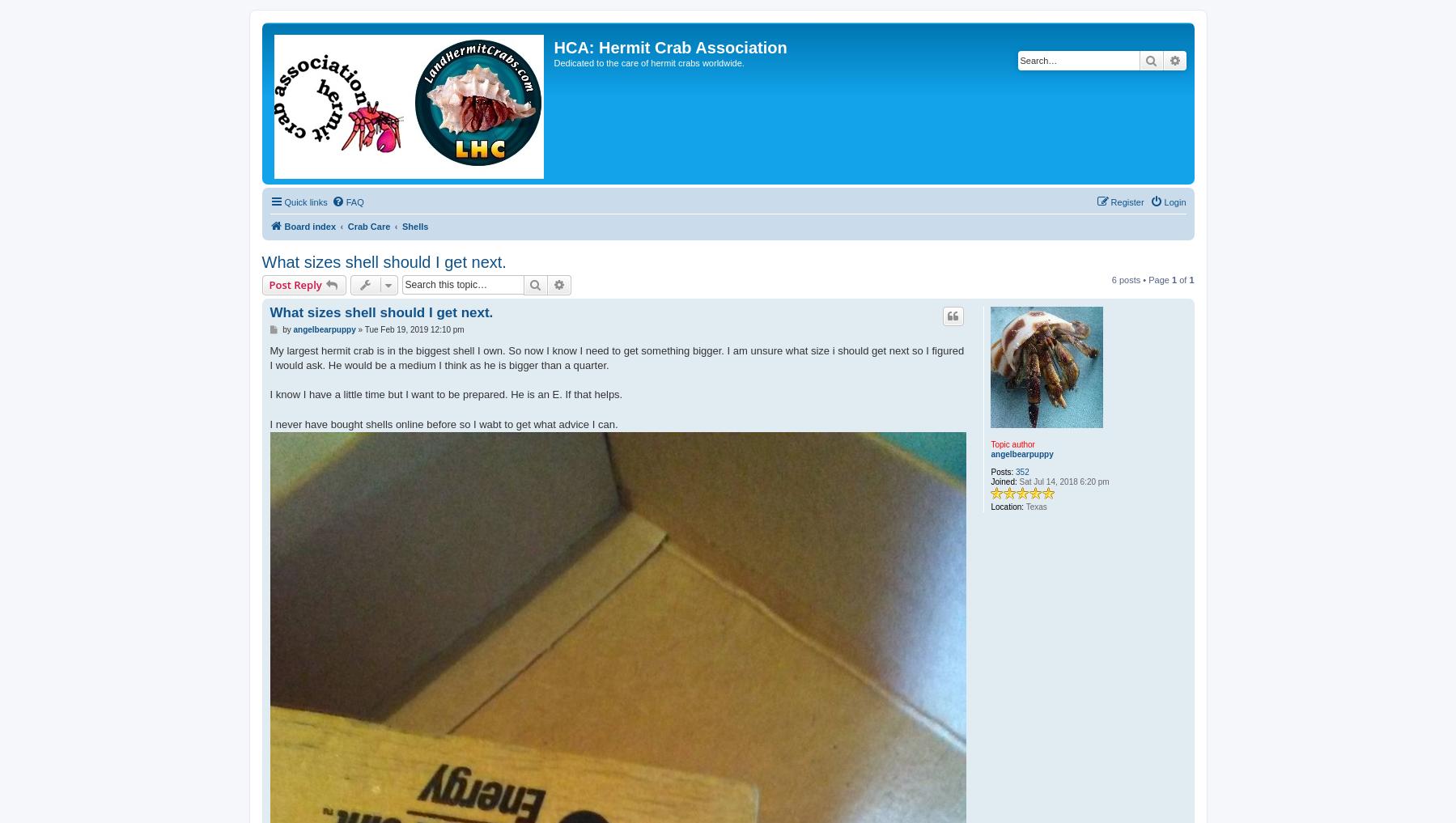 Image resolution: width=1456 pixels, height=823 pixels. Describe the element at coordinates (294, 283) in the screenshot. I see `'Post Reply'` at that location.